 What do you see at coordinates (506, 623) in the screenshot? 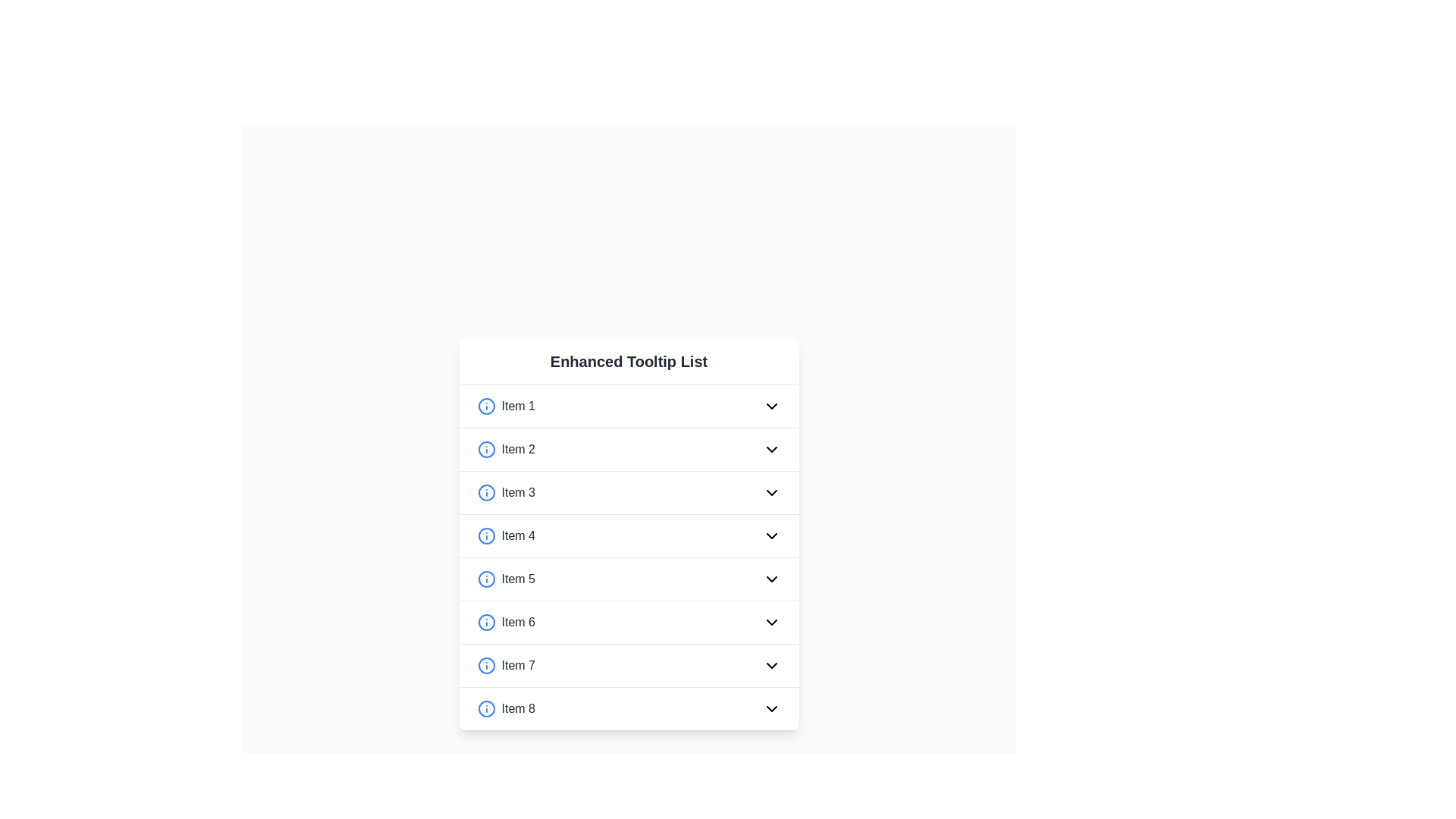
I see `the adjacent circular icon of the sixth list item labeled 'Item 6' in the 'Enhanced Tooltip List'` at bounding box center [506, 623].